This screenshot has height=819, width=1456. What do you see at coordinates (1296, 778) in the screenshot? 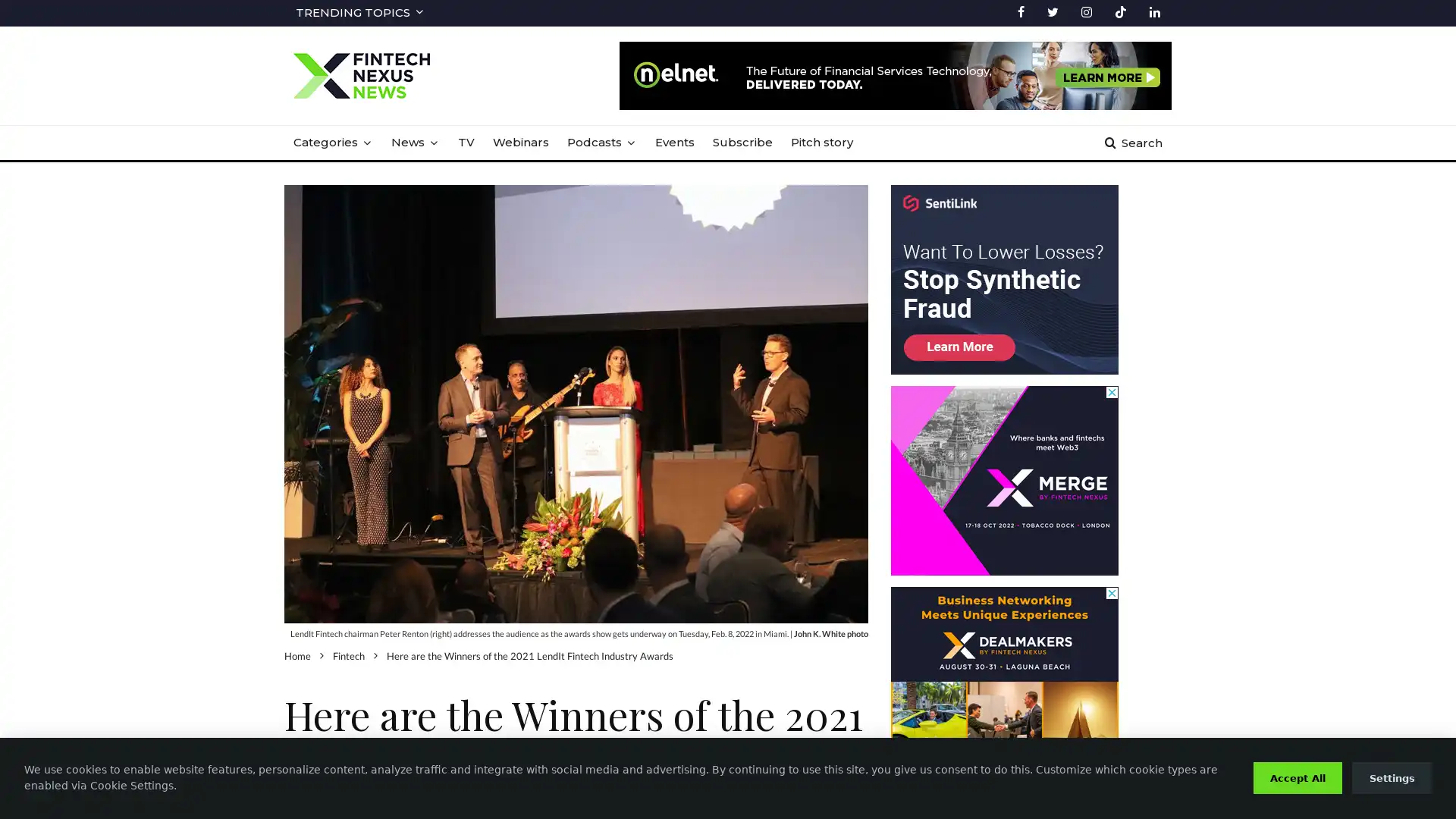
I see `Accept All` at bounding box center [1296, 778].